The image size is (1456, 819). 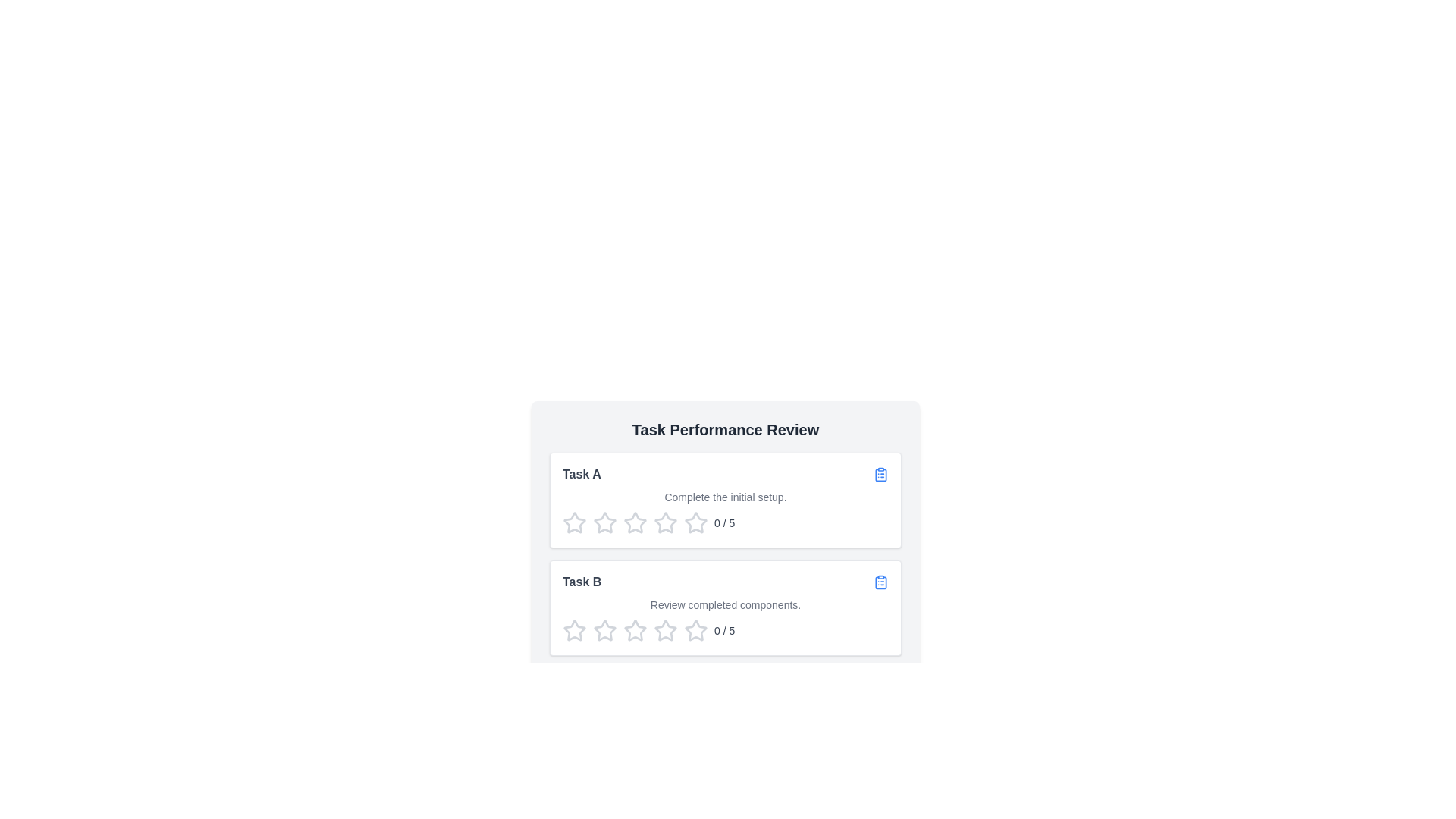 What do you see at coordinates (581, 473) in the screenshot?
I see `the text label reading 'Task A' in bold and dark color, located in the top left corner of the 'Task Performance Review' section` at bounding box center [581, 473].